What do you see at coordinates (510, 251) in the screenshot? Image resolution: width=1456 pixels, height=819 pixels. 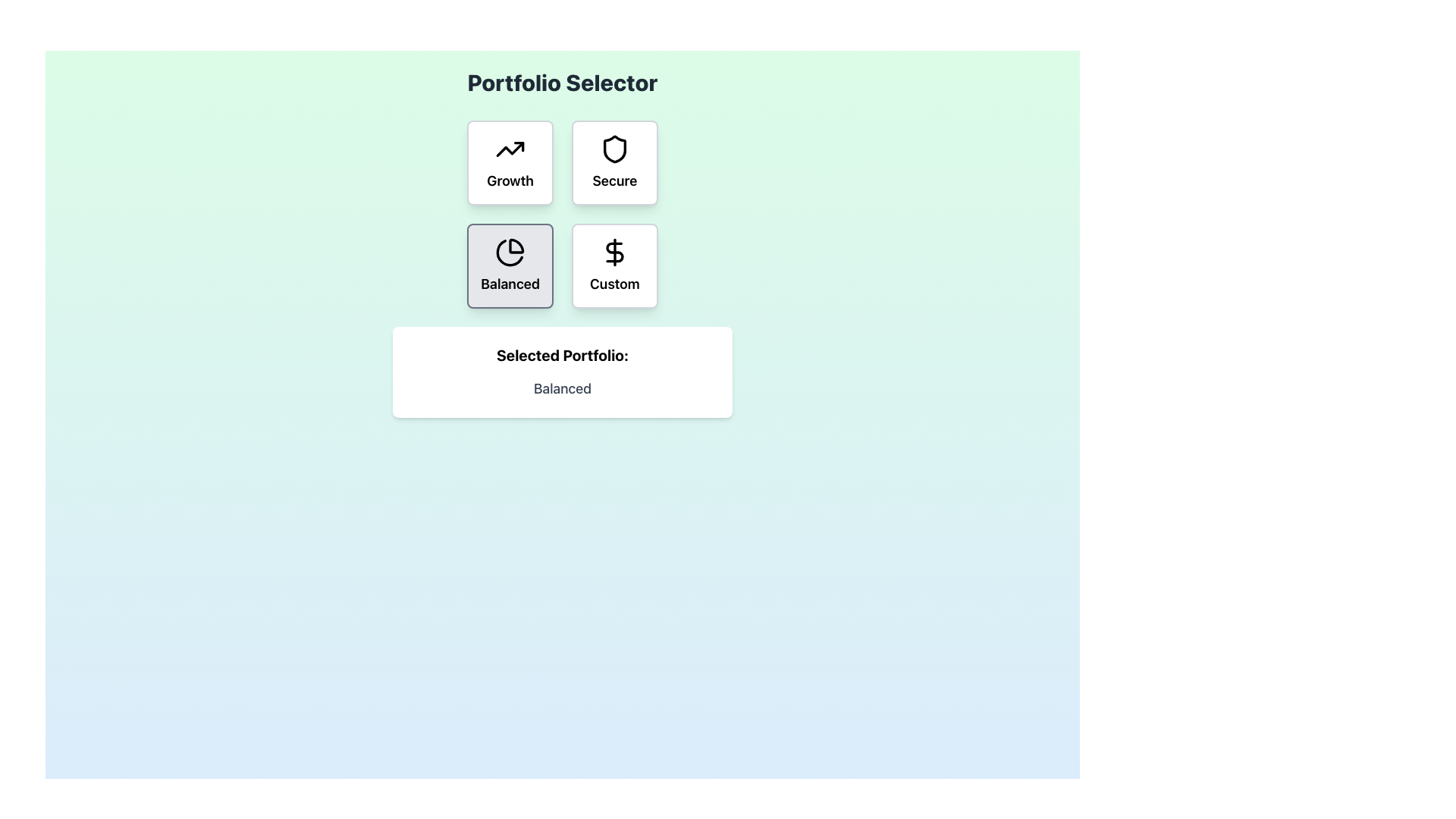 I see `the pie chart icon representing the 'Balanced' portfolio option, located in the first column of the second row in the portfolio selector UI` at bounding box center [510, 251].